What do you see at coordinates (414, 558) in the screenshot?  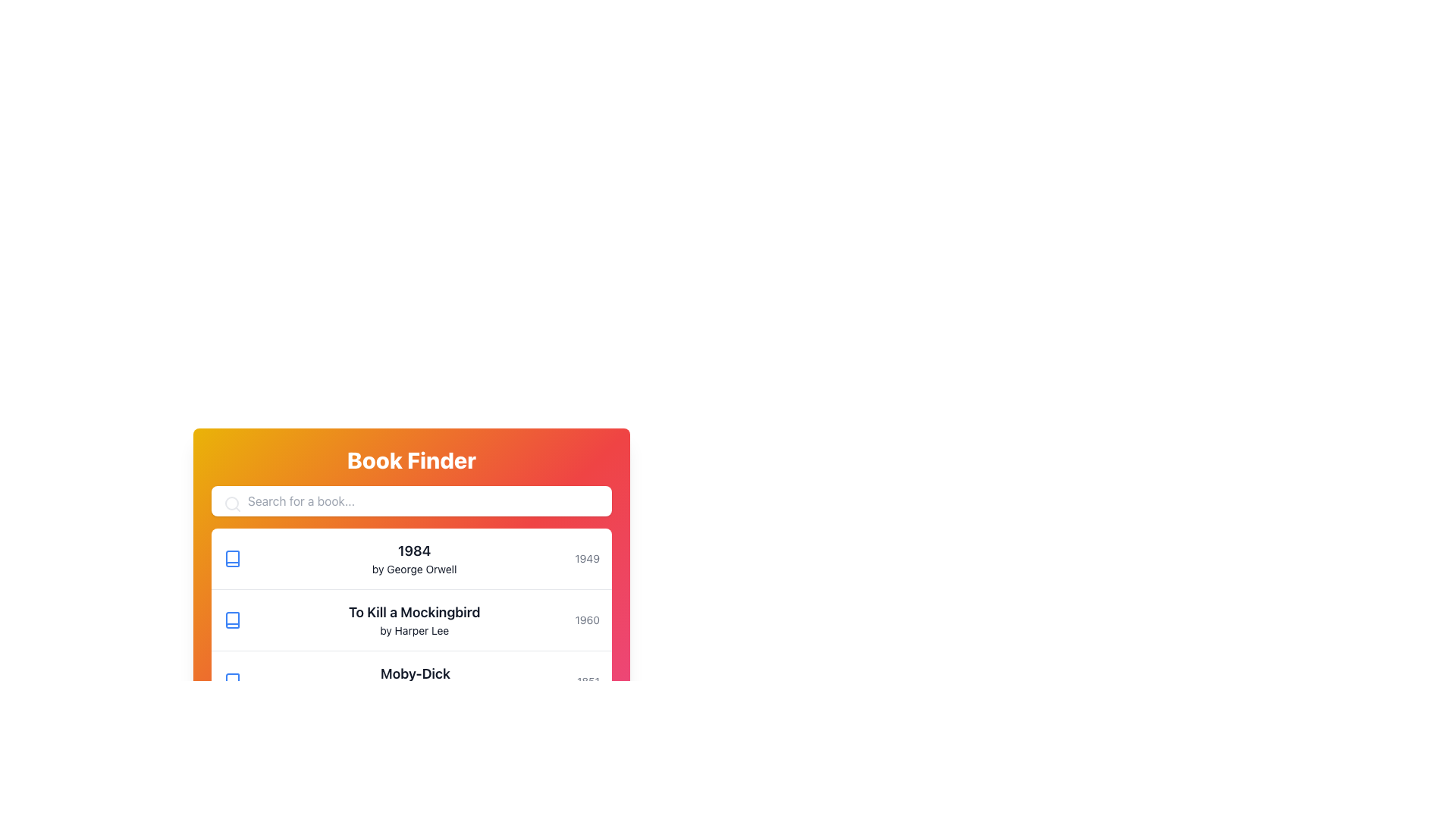 I see `the book listing entry for '1984' by George Orwell` at bounding box center [414, 558].